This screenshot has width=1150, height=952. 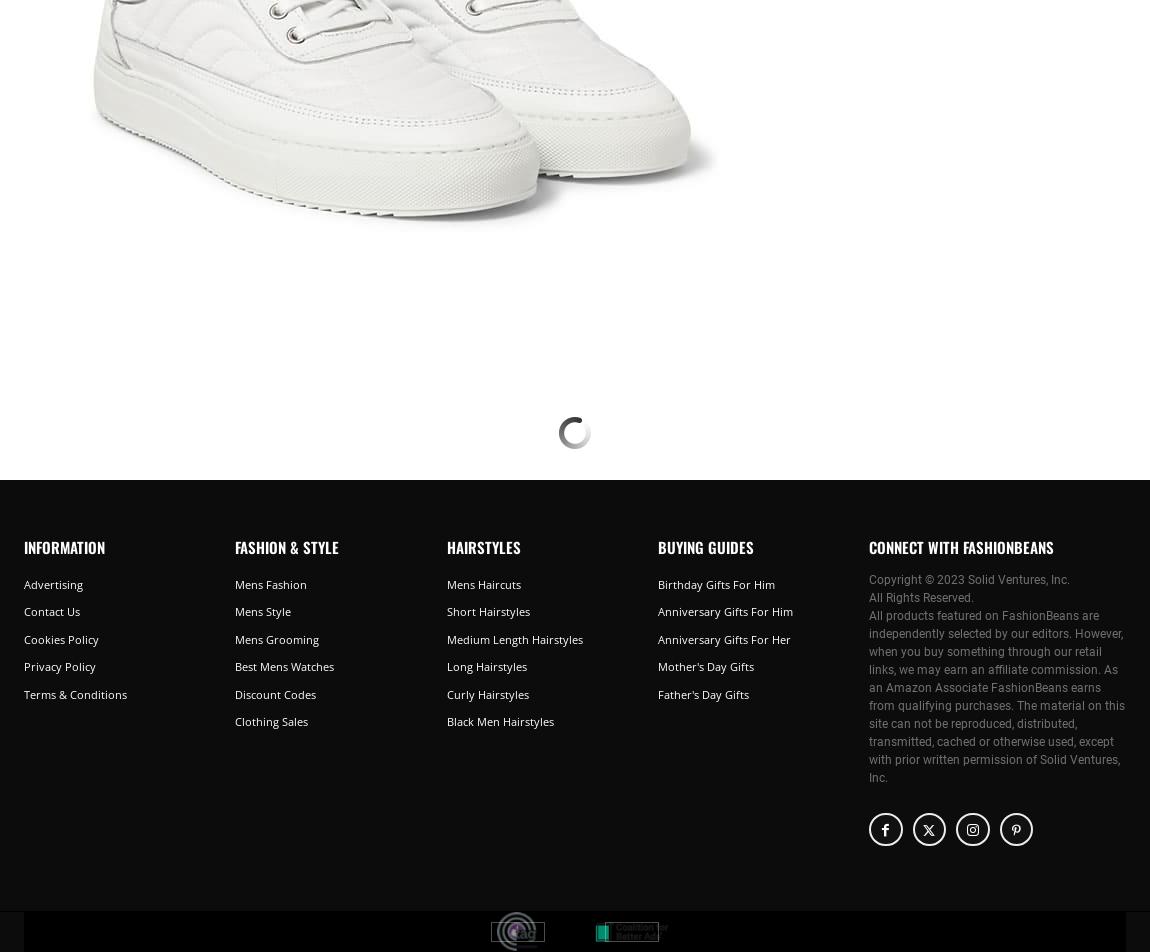 I want to click on 'BUYING GUIDES', so click(x=703, y=545).